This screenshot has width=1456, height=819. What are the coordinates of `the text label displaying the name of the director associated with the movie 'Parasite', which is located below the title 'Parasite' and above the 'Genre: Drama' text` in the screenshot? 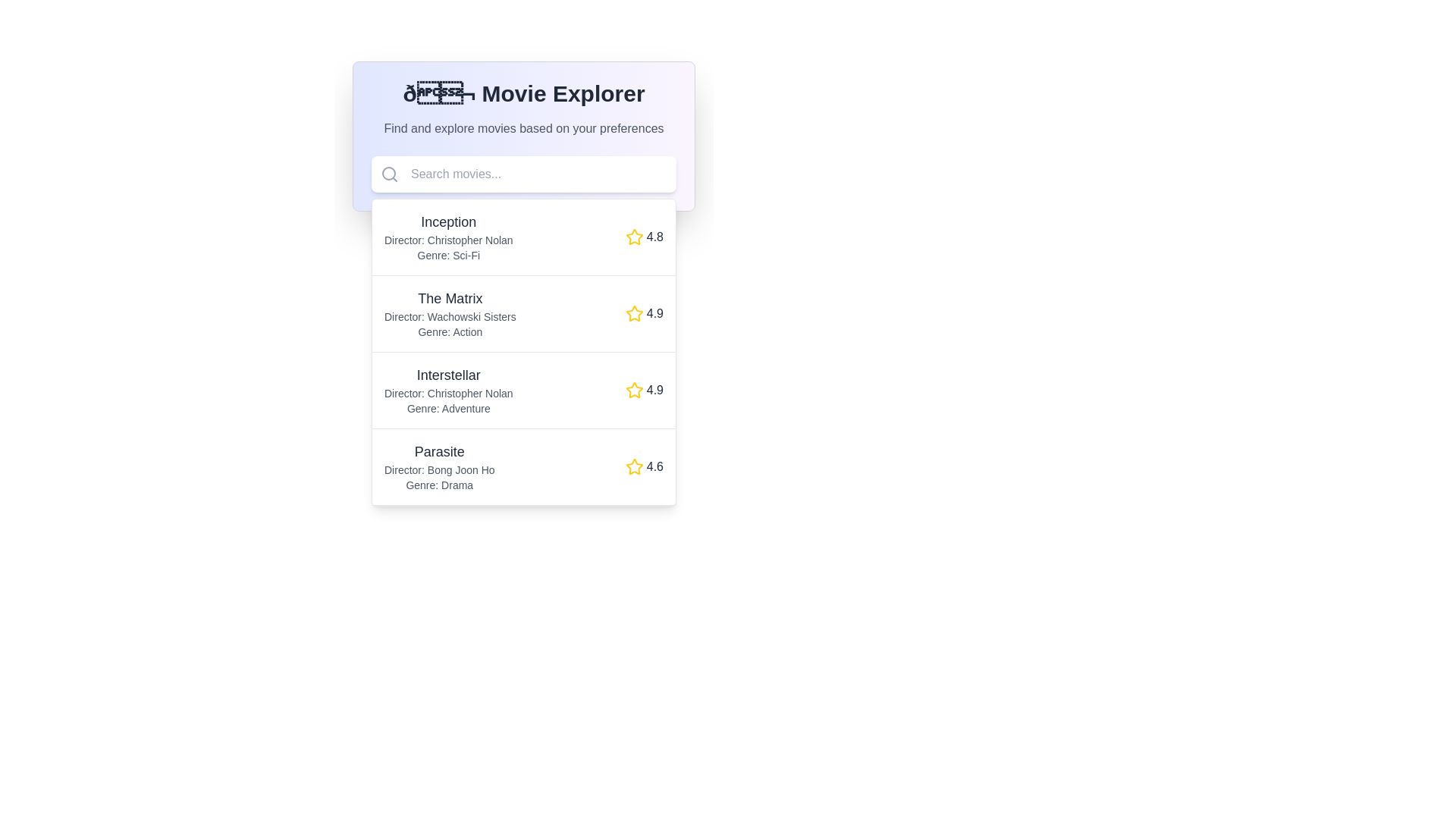 It's located at (438, 469).